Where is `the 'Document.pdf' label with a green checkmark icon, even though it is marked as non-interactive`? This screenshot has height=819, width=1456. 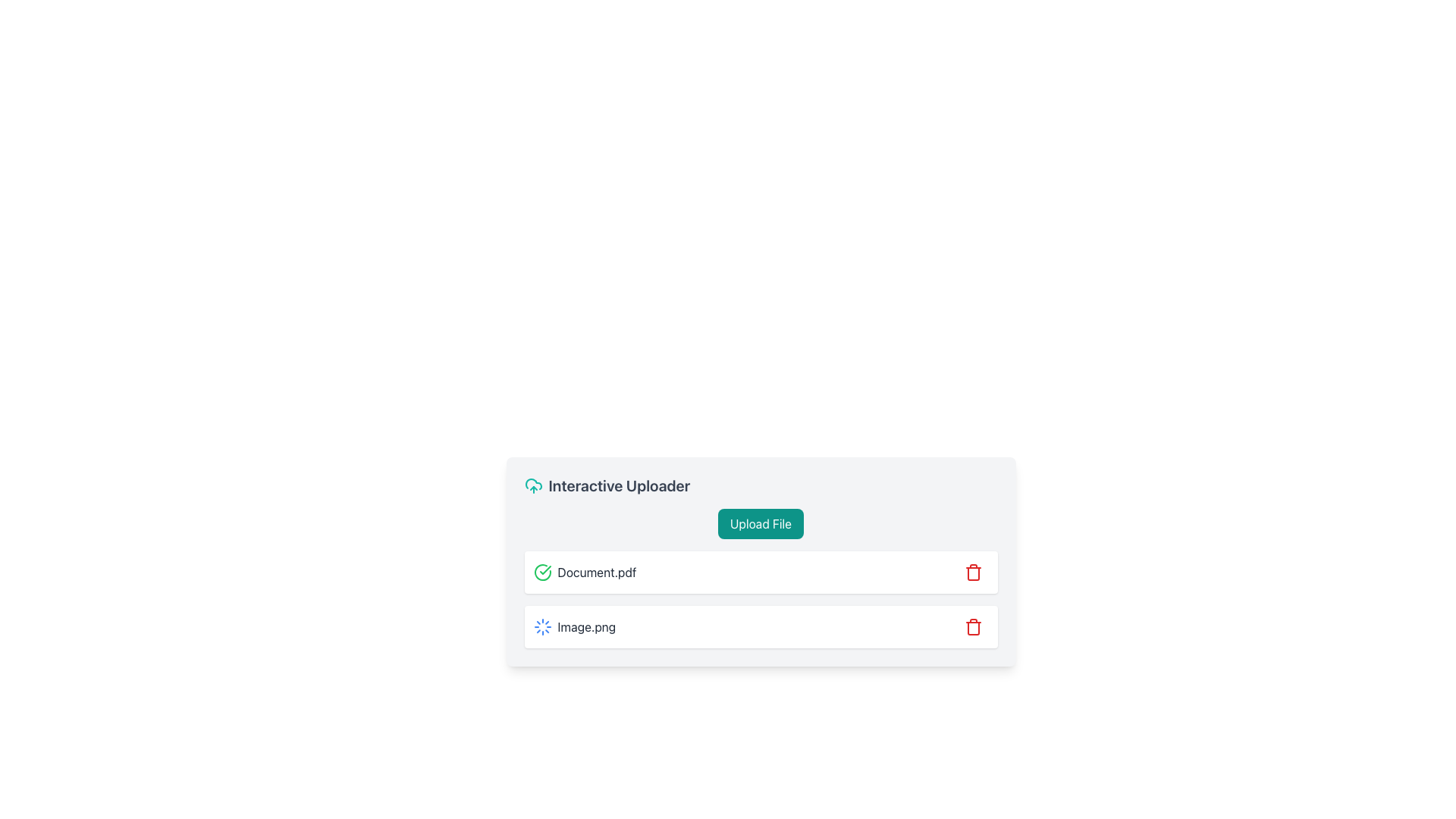
the 'Document.pdf' label with a green checkmark icon, even though it is marked as non-interactive is located at coordinates (584, 573).